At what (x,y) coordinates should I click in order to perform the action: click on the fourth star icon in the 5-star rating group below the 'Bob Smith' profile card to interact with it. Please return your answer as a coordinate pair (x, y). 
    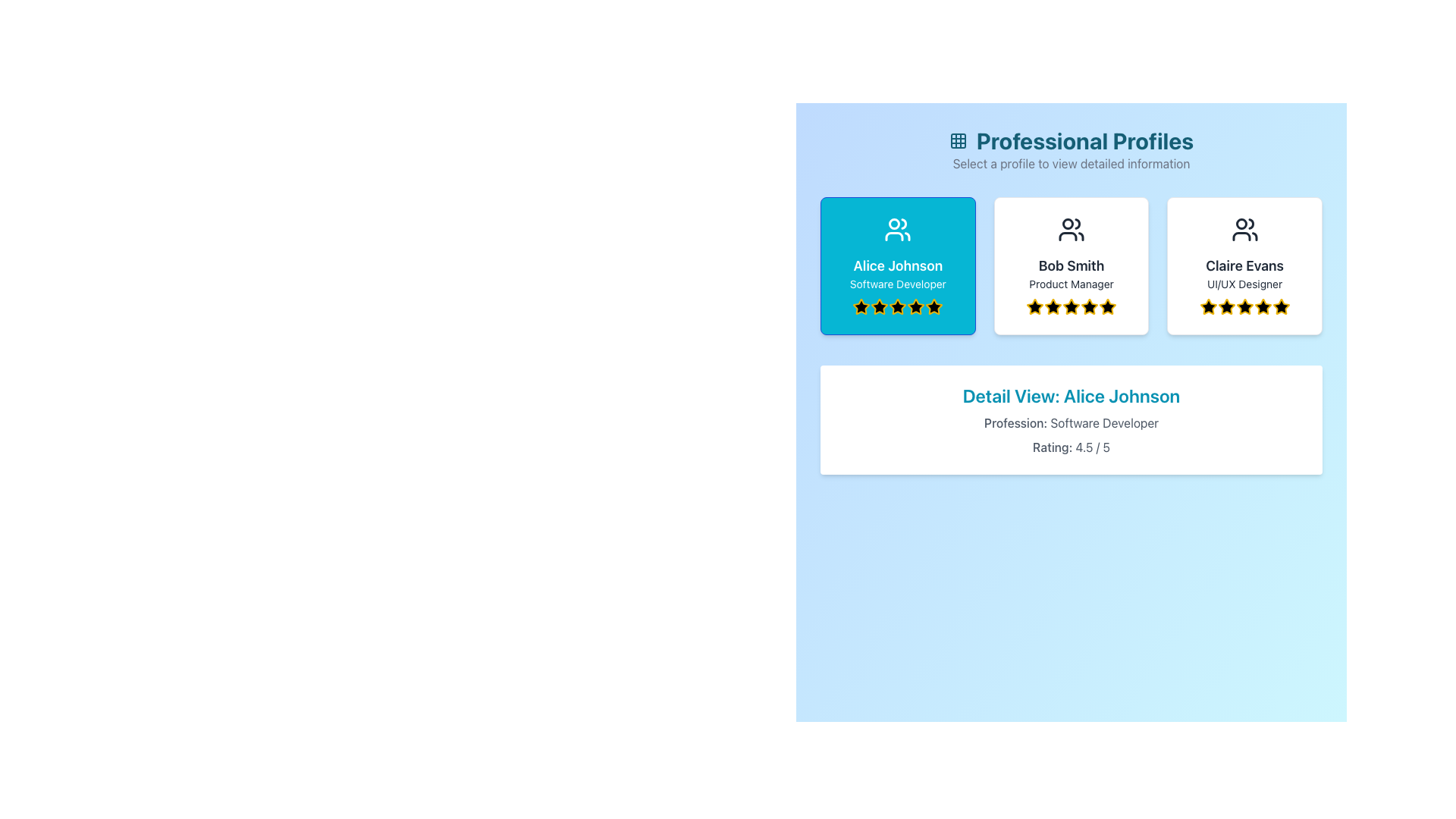
    Looking at the image, I should click on (1051, 306).